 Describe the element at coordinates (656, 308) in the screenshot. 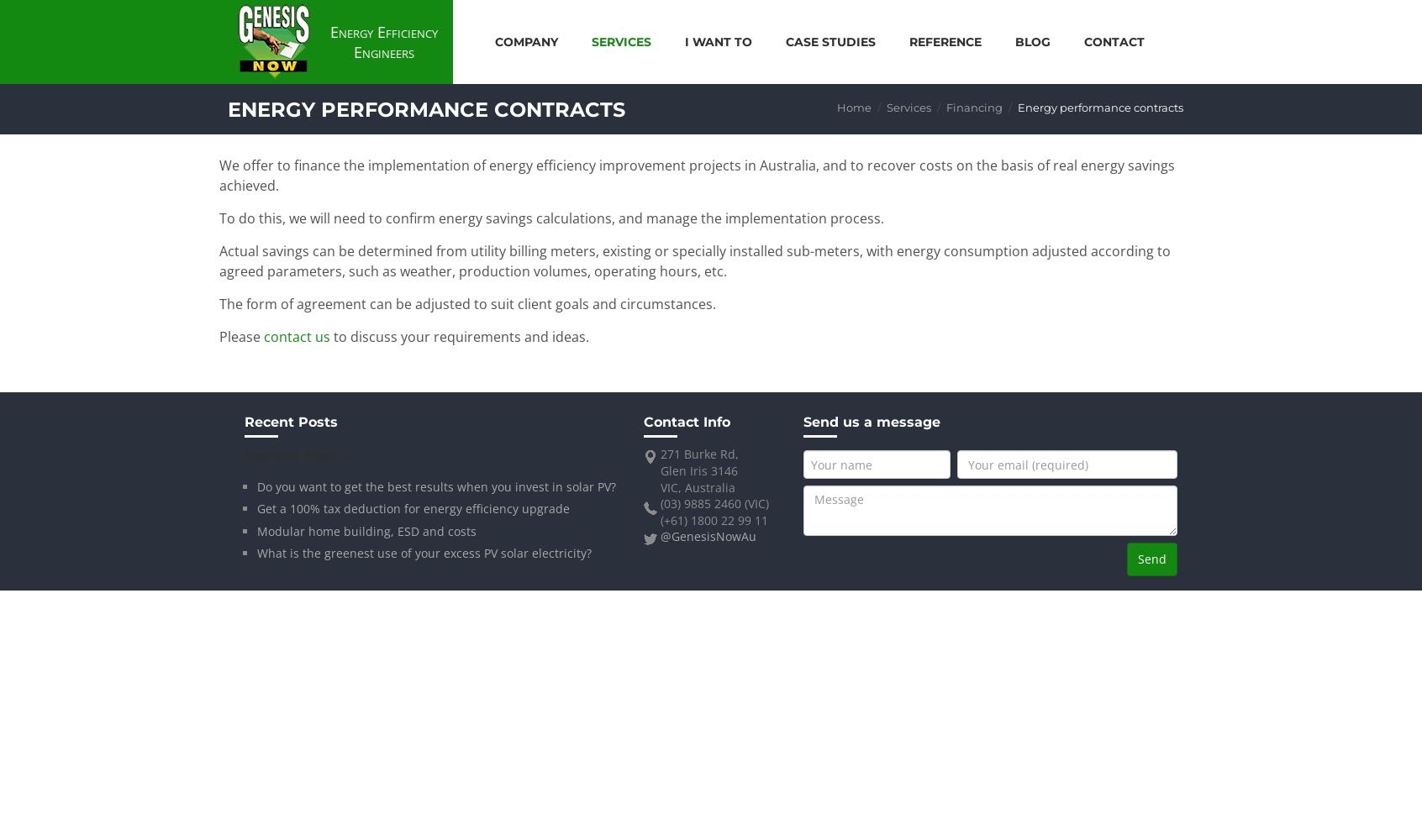

I see `'Clean technology investment program'` at that location.